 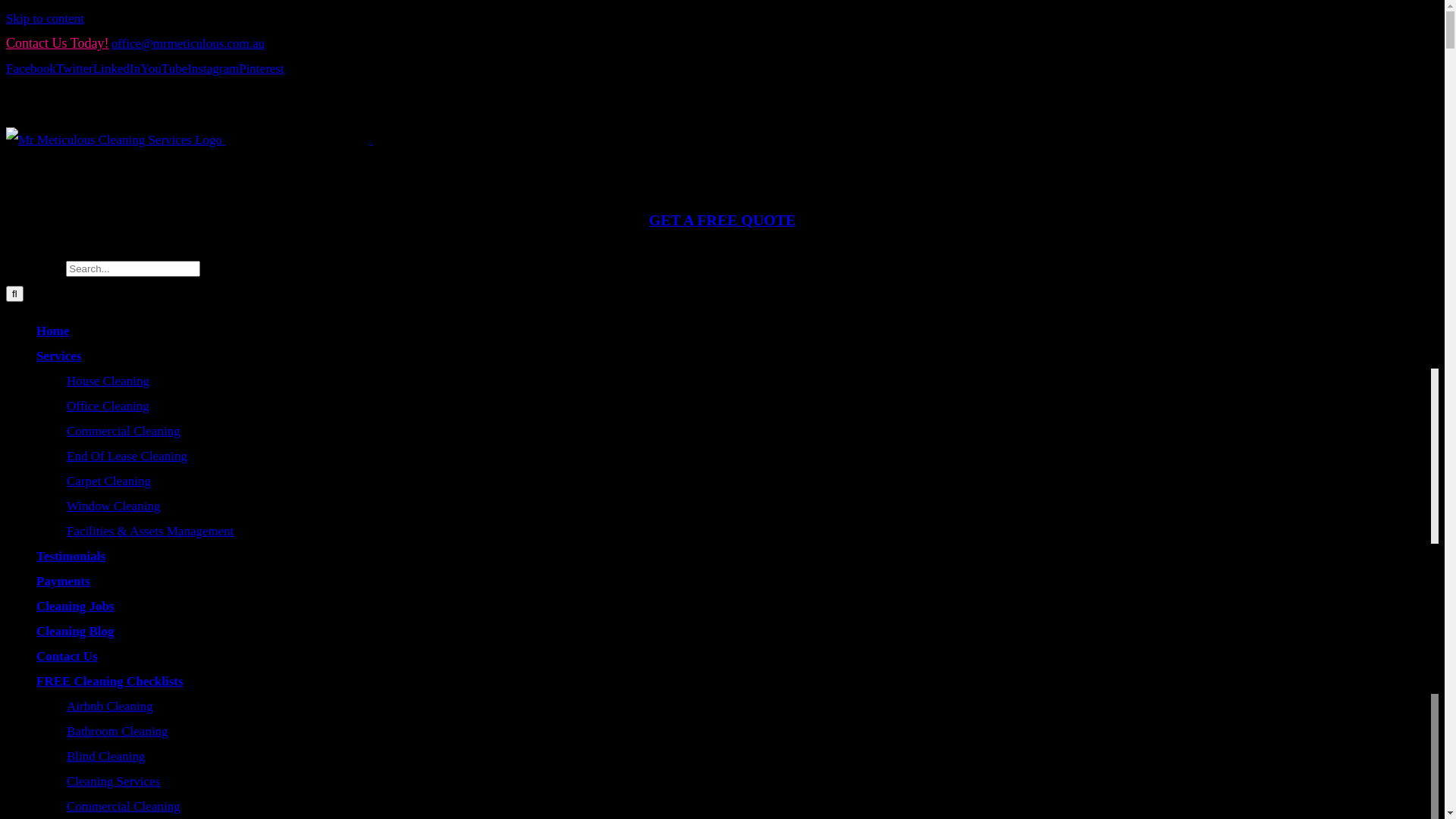 What do you see at coordinates (112, 506) in the screenshot?
I see `'Window Cleaning'` at bounding box center [112, 506].